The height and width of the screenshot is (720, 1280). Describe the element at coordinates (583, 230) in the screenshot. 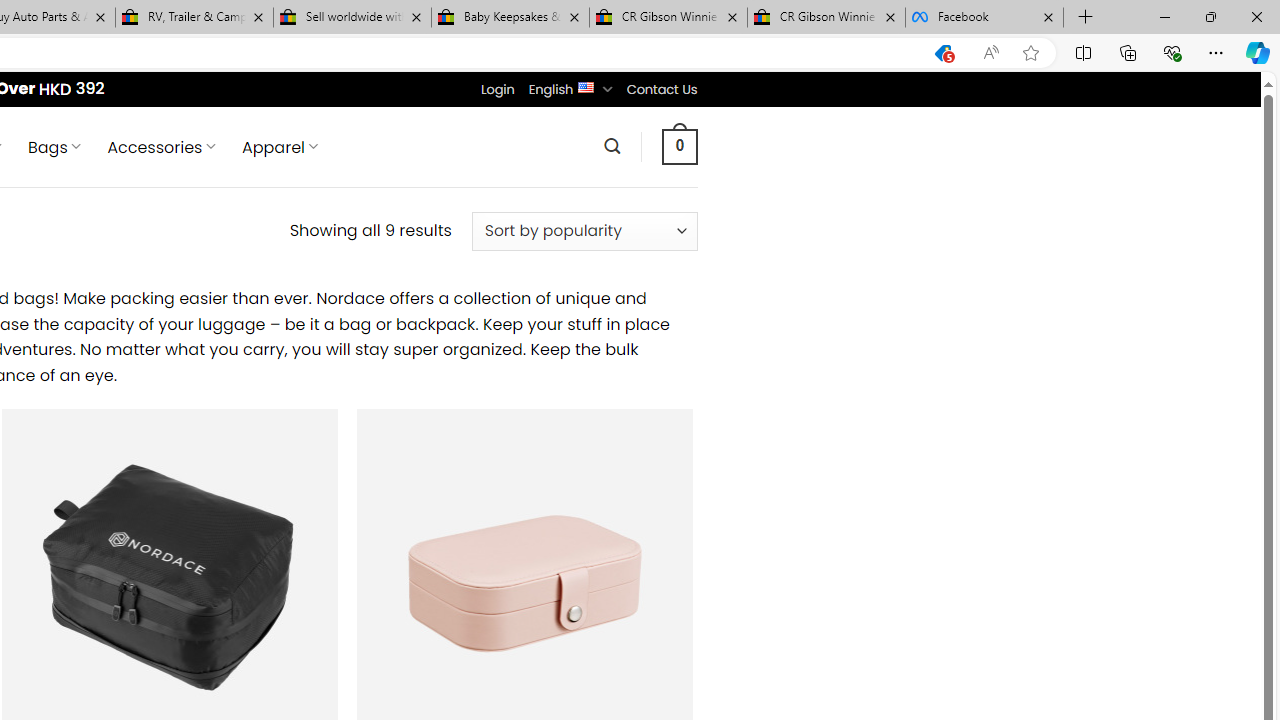

I see `'Shop order'` at that location.